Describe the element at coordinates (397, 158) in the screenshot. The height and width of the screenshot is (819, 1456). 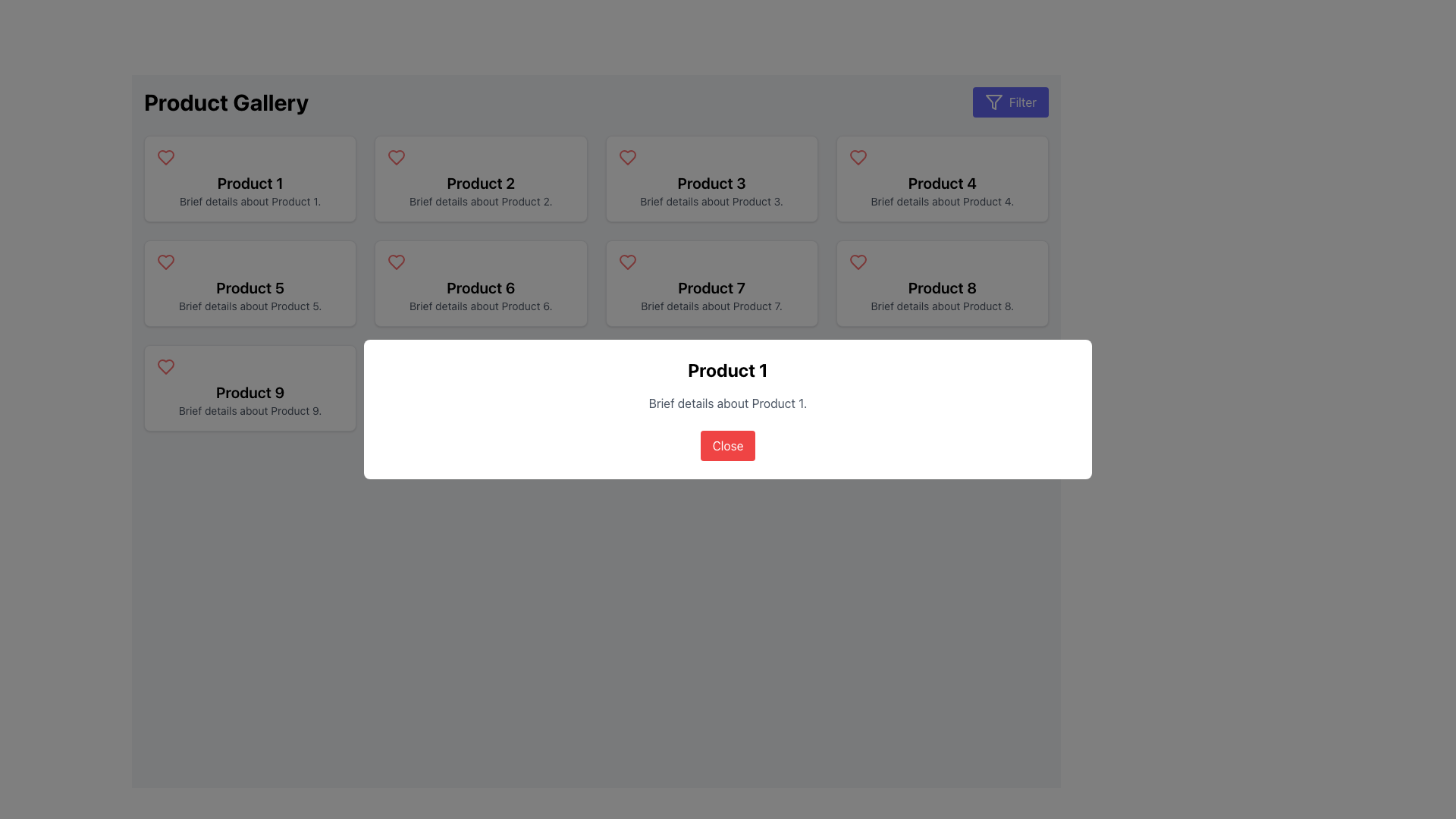
I see `the 'like' or 'favorite' icon button located in the top-left corner of the card for 'Product 2'` at that location.